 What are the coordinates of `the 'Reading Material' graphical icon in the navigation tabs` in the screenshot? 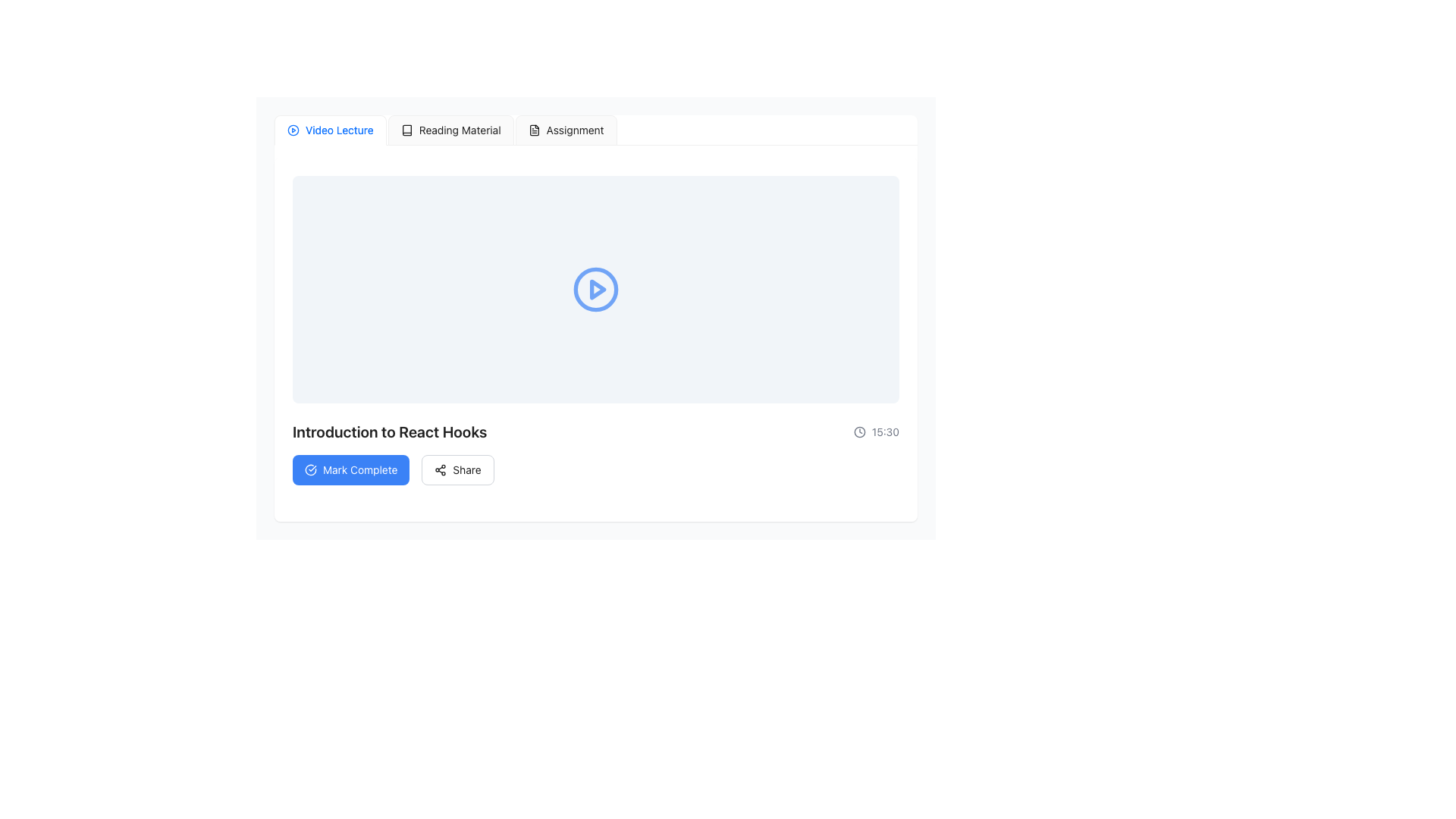 It's located at (406, 130).